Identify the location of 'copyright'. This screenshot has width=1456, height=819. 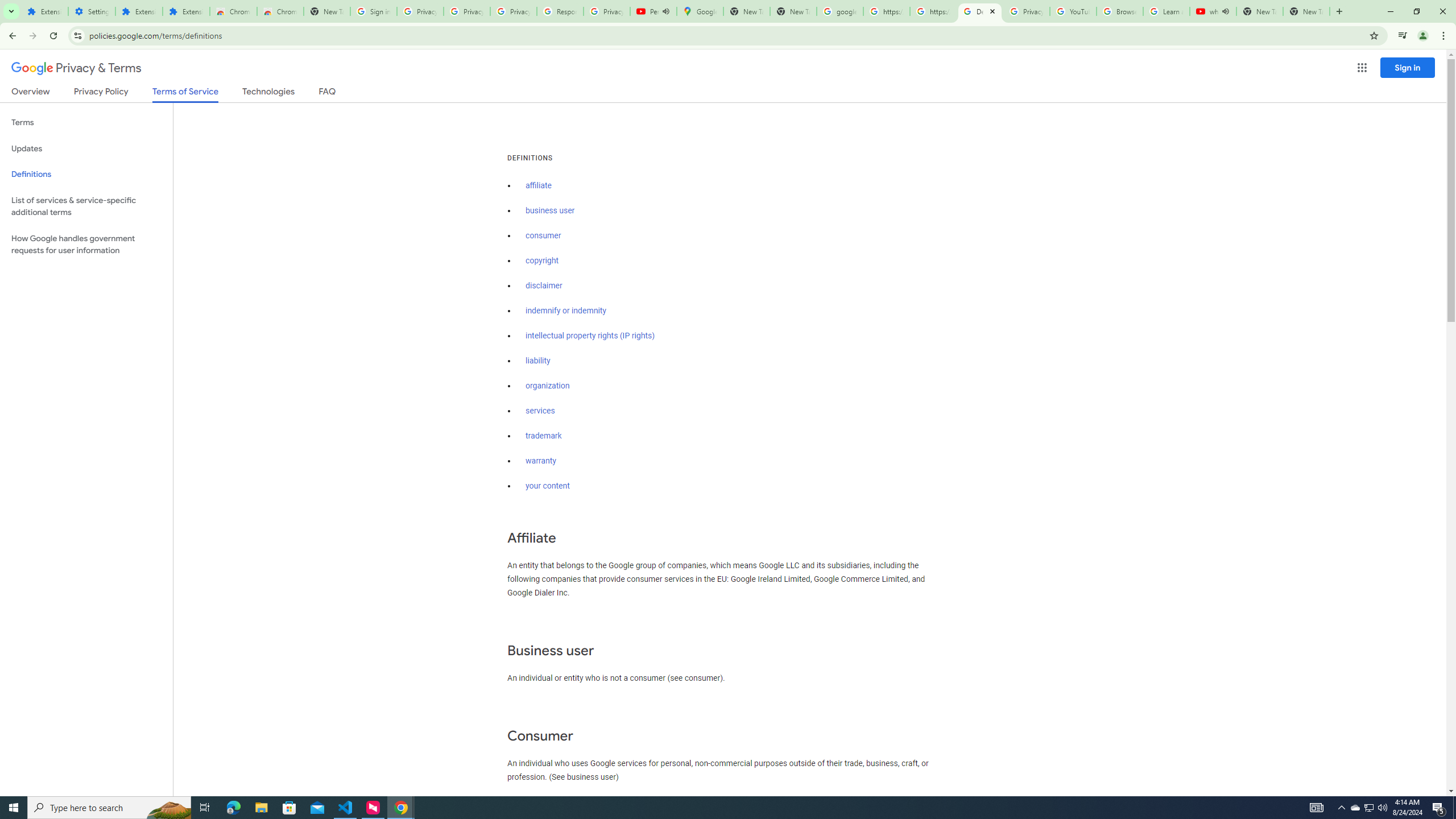
(542, 260).